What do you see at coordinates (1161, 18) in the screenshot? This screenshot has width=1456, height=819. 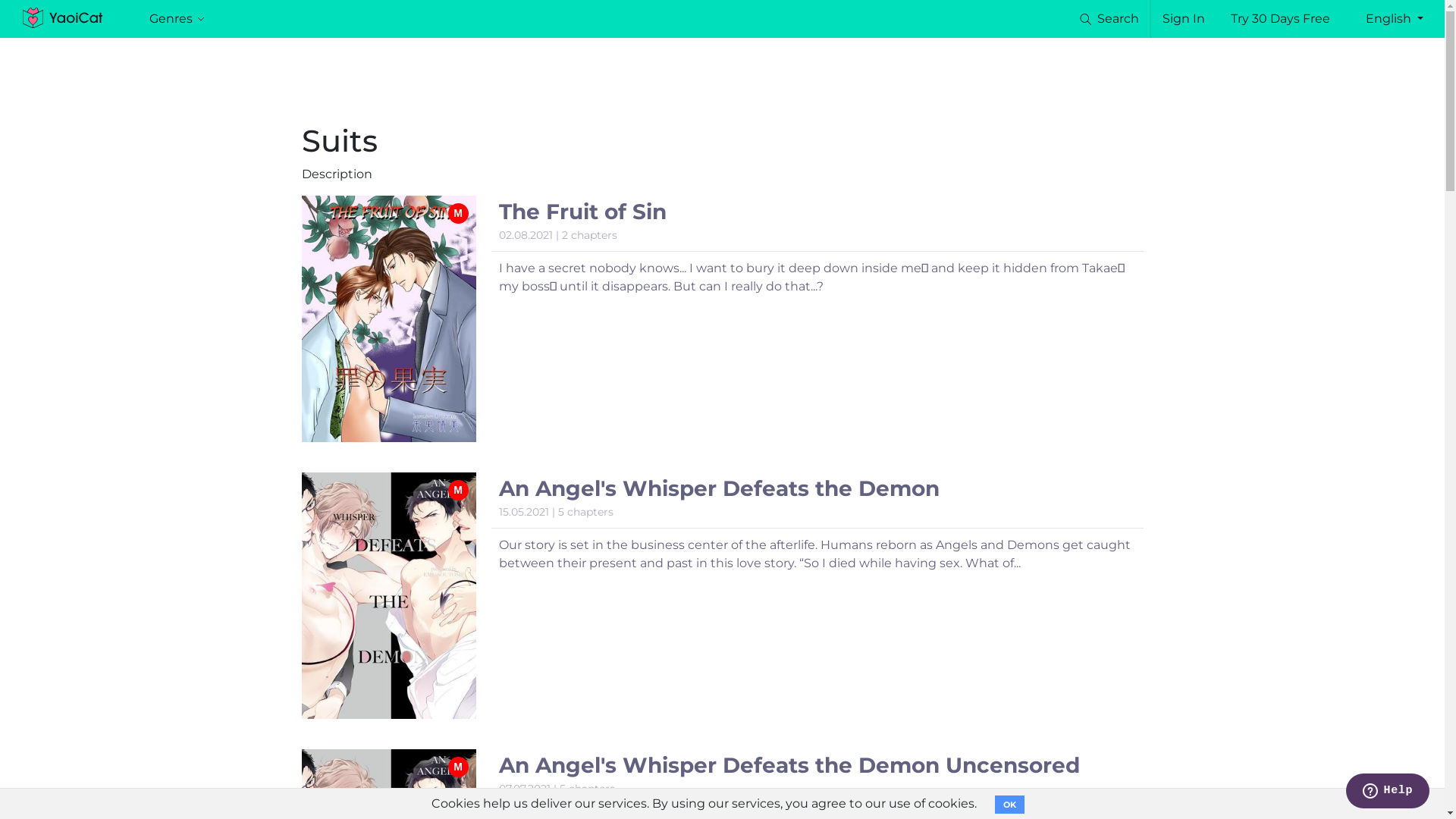 I see `'Sign In'` at bounding box center [1161, 18].